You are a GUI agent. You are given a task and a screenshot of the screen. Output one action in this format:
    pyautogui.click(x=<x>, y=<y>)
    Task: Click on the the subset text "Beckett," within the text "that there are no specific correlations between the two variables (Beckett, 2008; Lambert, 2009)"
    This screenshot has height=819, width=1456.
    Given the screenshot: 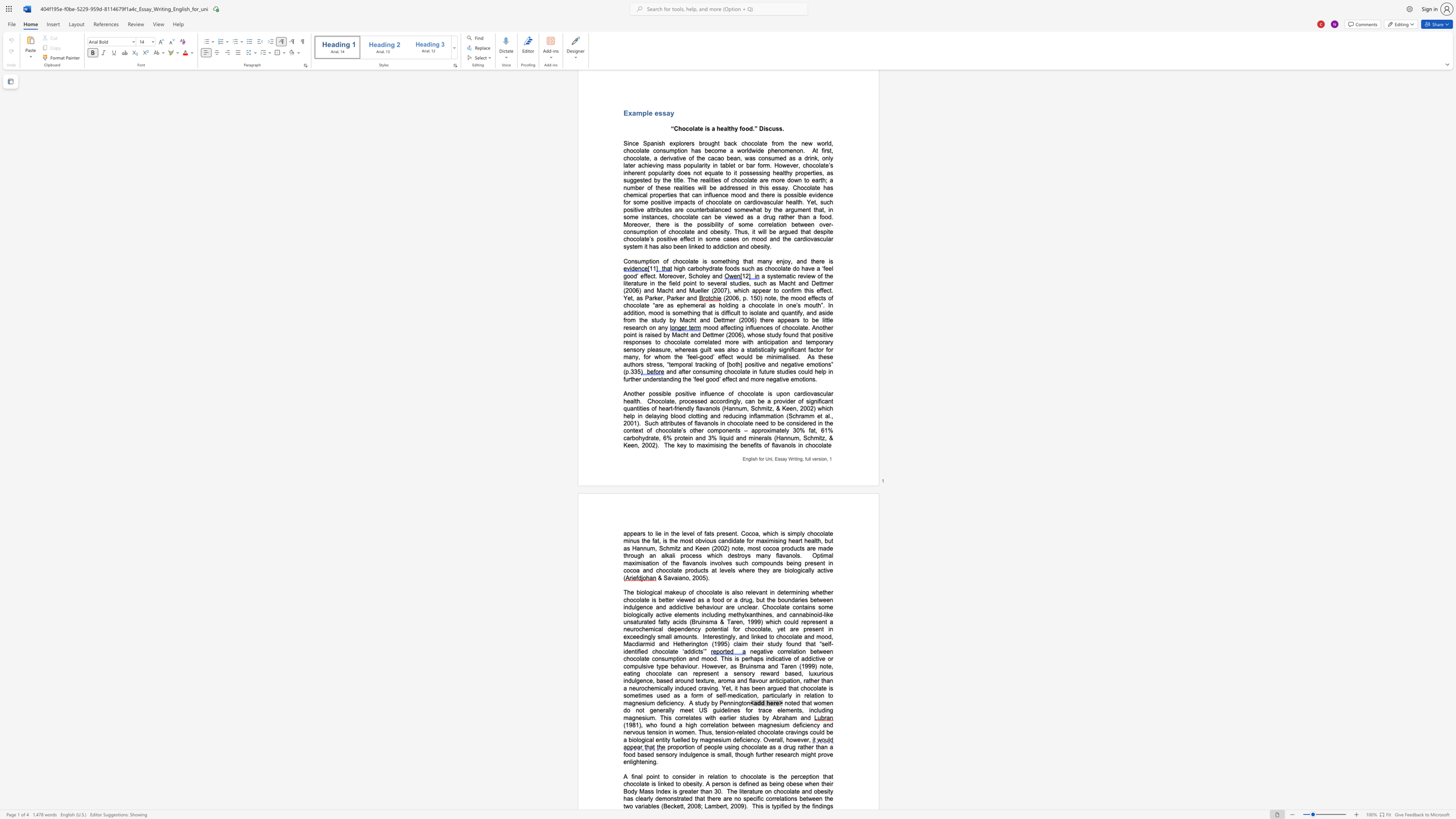 What is the action you would take?
    pyautogui.click(x=662, y=806)
    